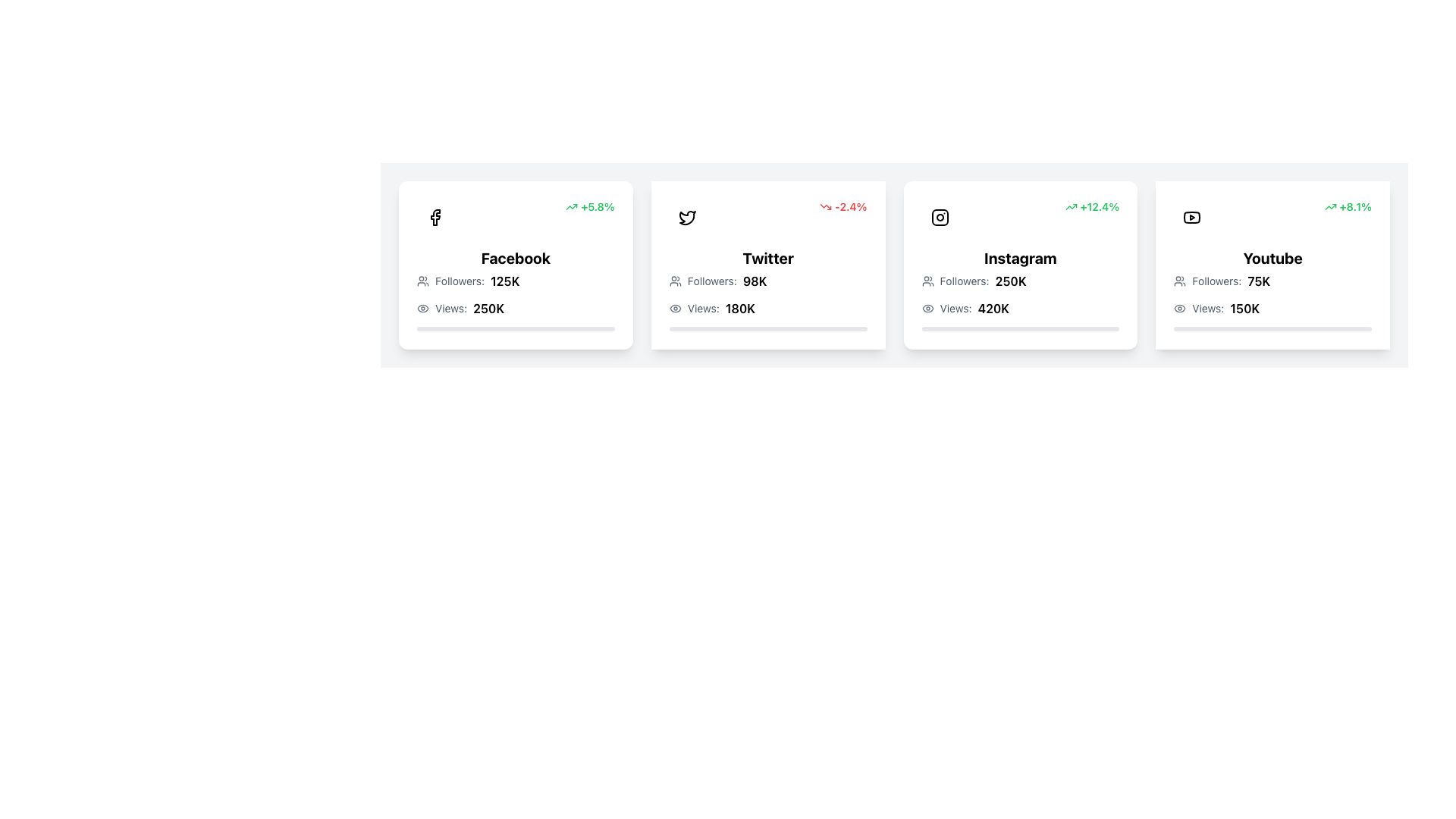 This screenshot has height=819, width=1456. What do you see at coordinates (435, 217) in the screenshot?
I see `the Facebook brand icon located at the top-left corner of the first card representing Facebook statistics, positioned above the label 'Facebook'` at bounding box center [435, 217].